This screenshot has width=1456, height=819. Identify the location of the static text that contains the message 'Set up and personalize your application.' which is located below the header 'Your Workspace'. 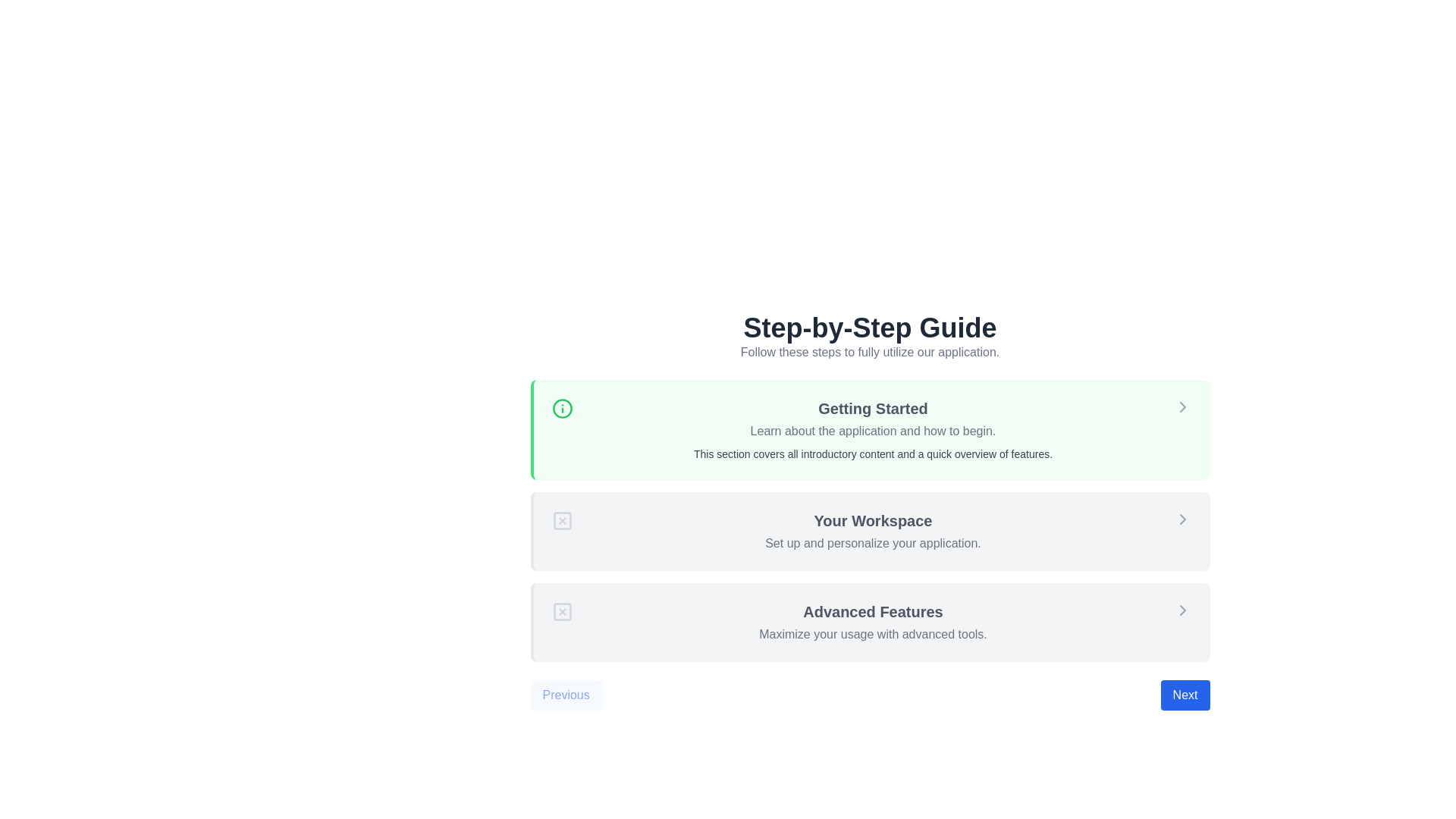
(873, 543).